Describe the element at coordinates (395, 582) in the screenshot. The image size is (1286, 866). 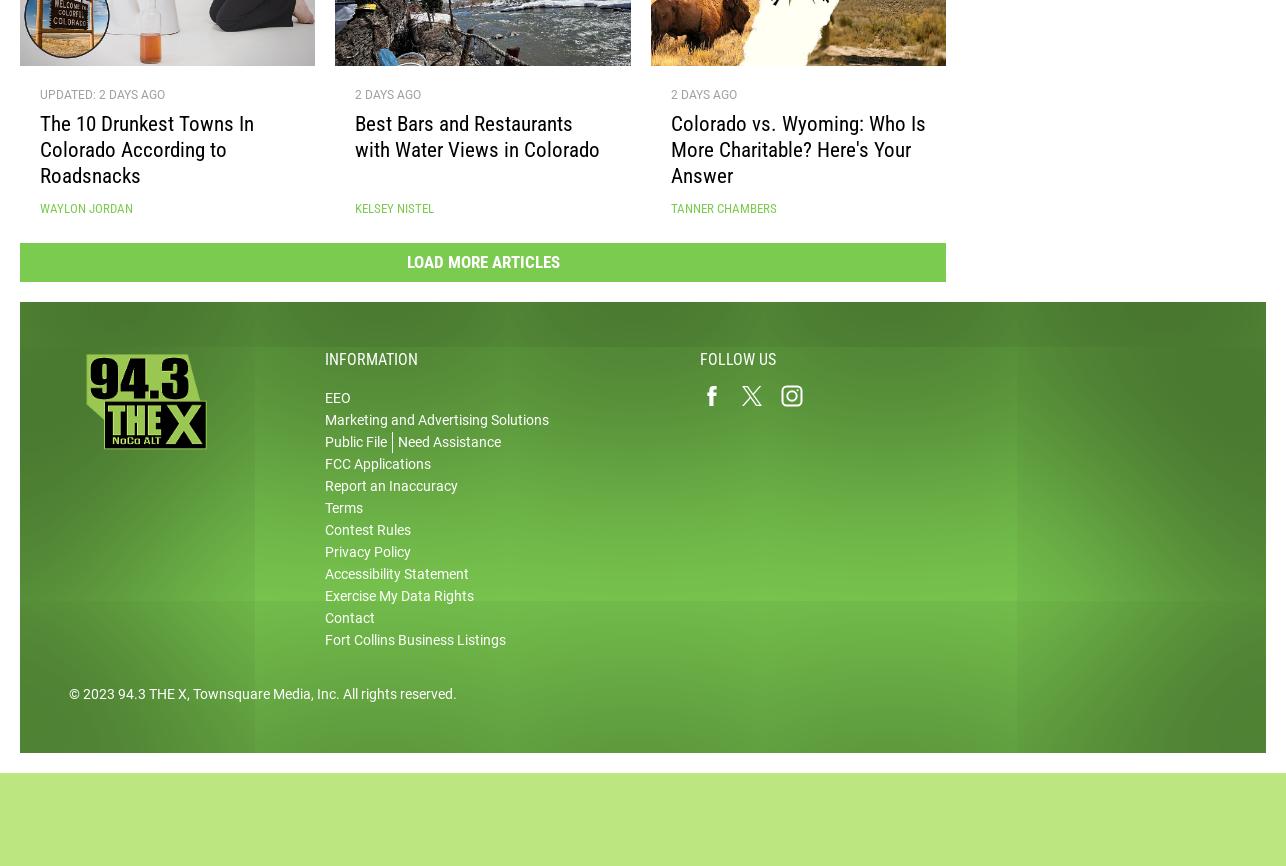
I see `'Accessibility Statement'` at that location.